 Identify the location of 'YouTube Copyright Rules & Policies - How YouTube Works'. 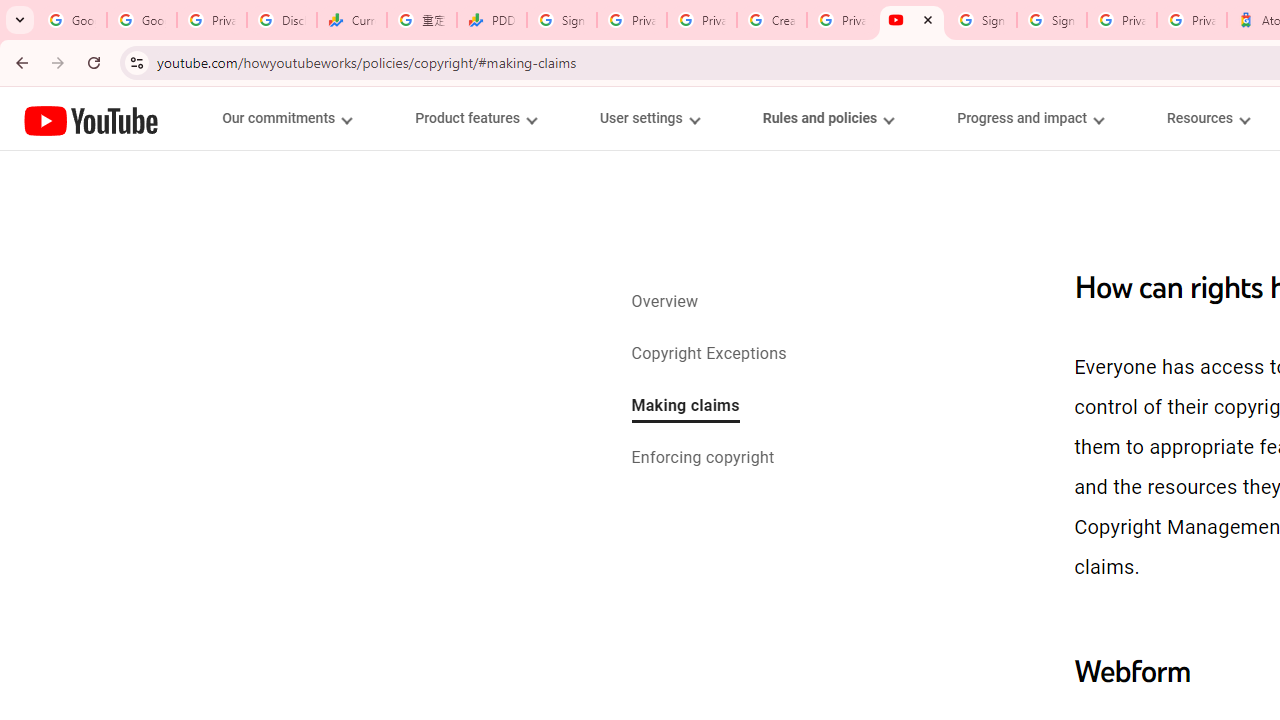
(911, 20).